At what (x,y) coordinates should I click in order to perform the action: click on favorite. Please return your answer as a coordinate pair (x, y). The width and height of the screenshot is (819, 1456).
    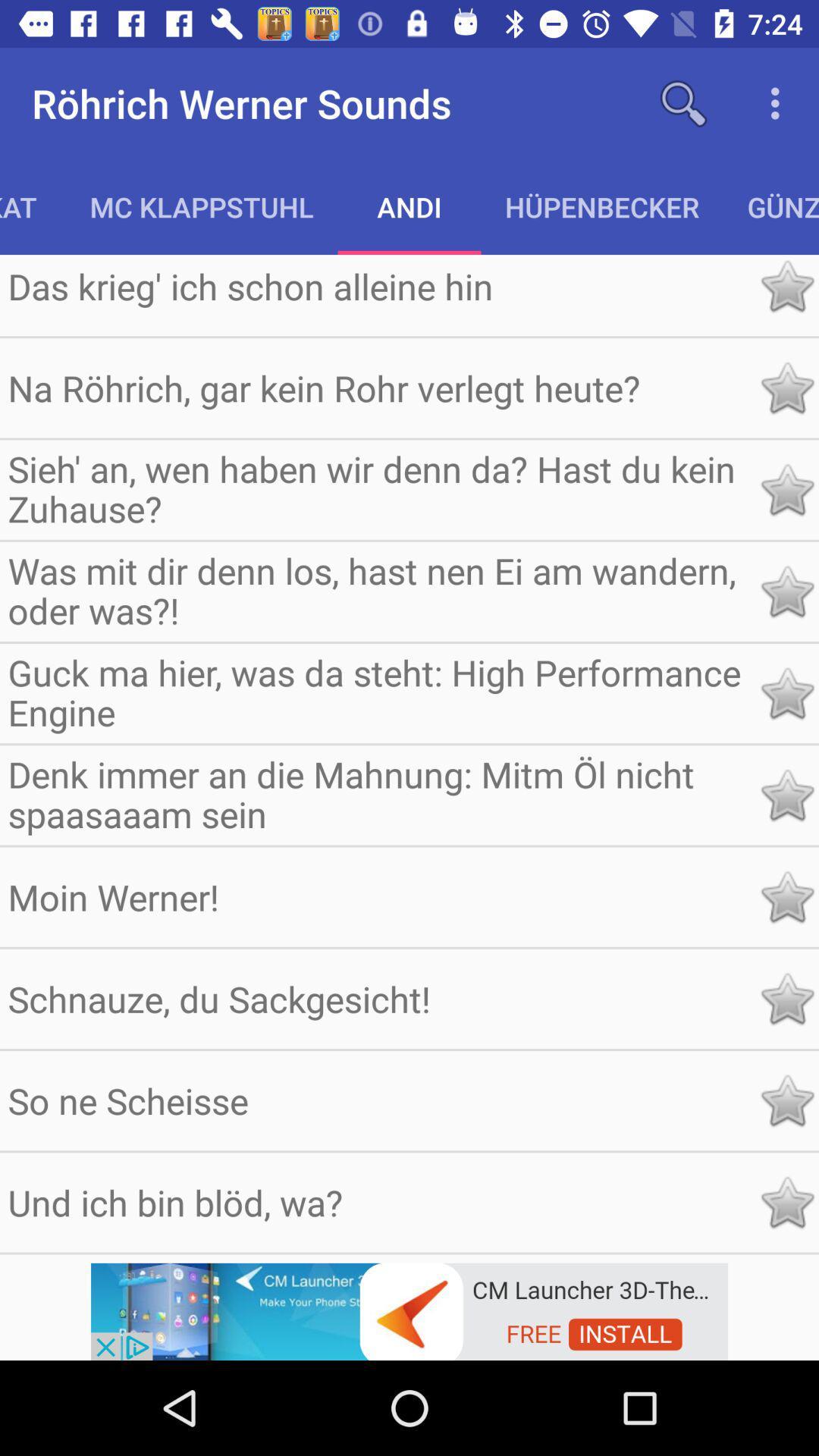
    Looking at the image, I should click on (786, 388).